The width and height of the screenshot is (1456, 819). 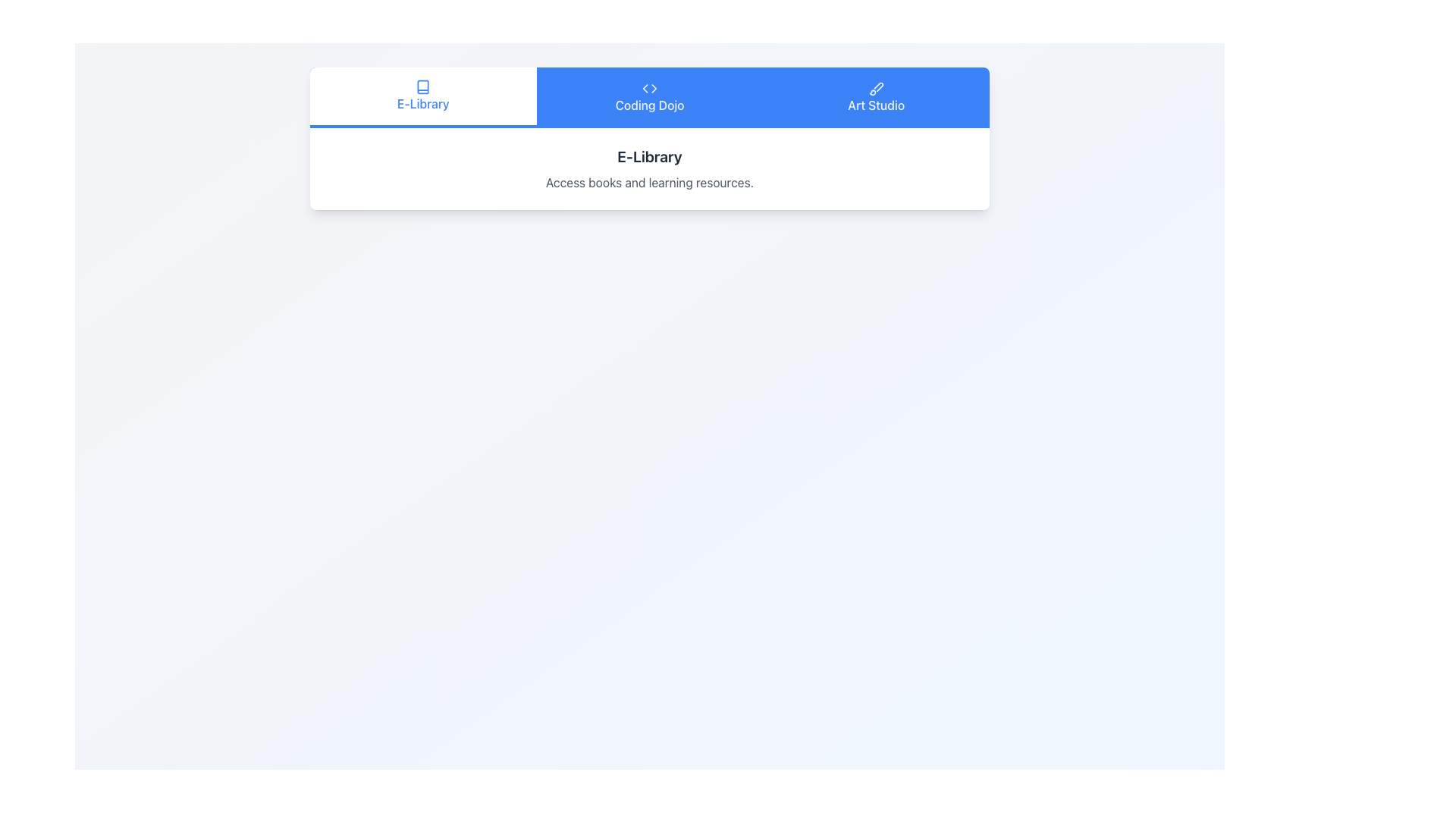 I want to click on the static text block that contains the phrase 'Access books and learning resources.' which is styled in a smaller, grayed-out font and located beneath the 'E-Library' header, so click(x=650, y=181).